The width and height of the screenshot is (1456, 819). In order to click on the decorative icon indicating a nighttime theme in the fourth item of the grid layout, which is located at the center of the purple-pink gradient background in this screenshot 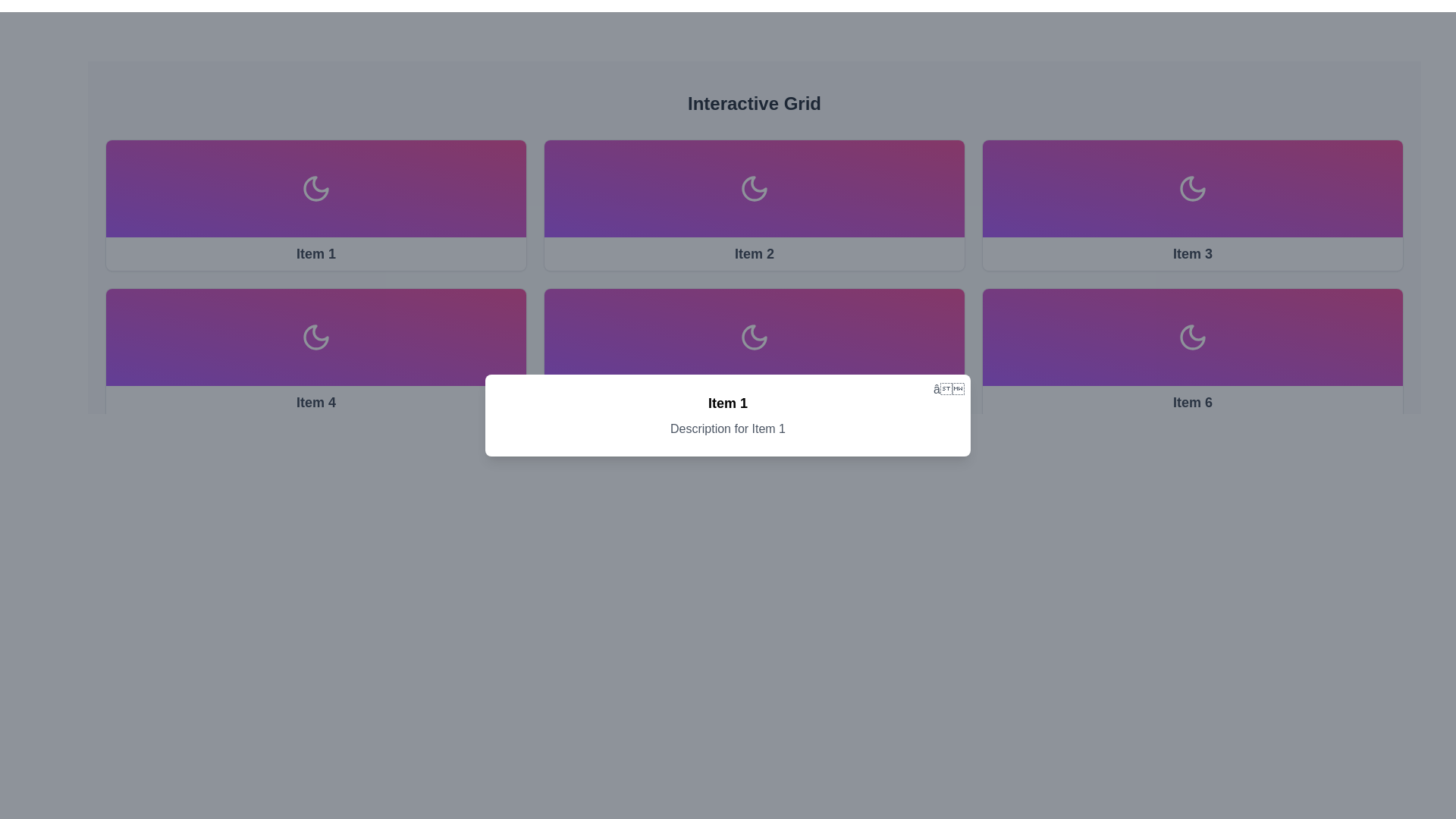, I will do `click(315, 336)`.